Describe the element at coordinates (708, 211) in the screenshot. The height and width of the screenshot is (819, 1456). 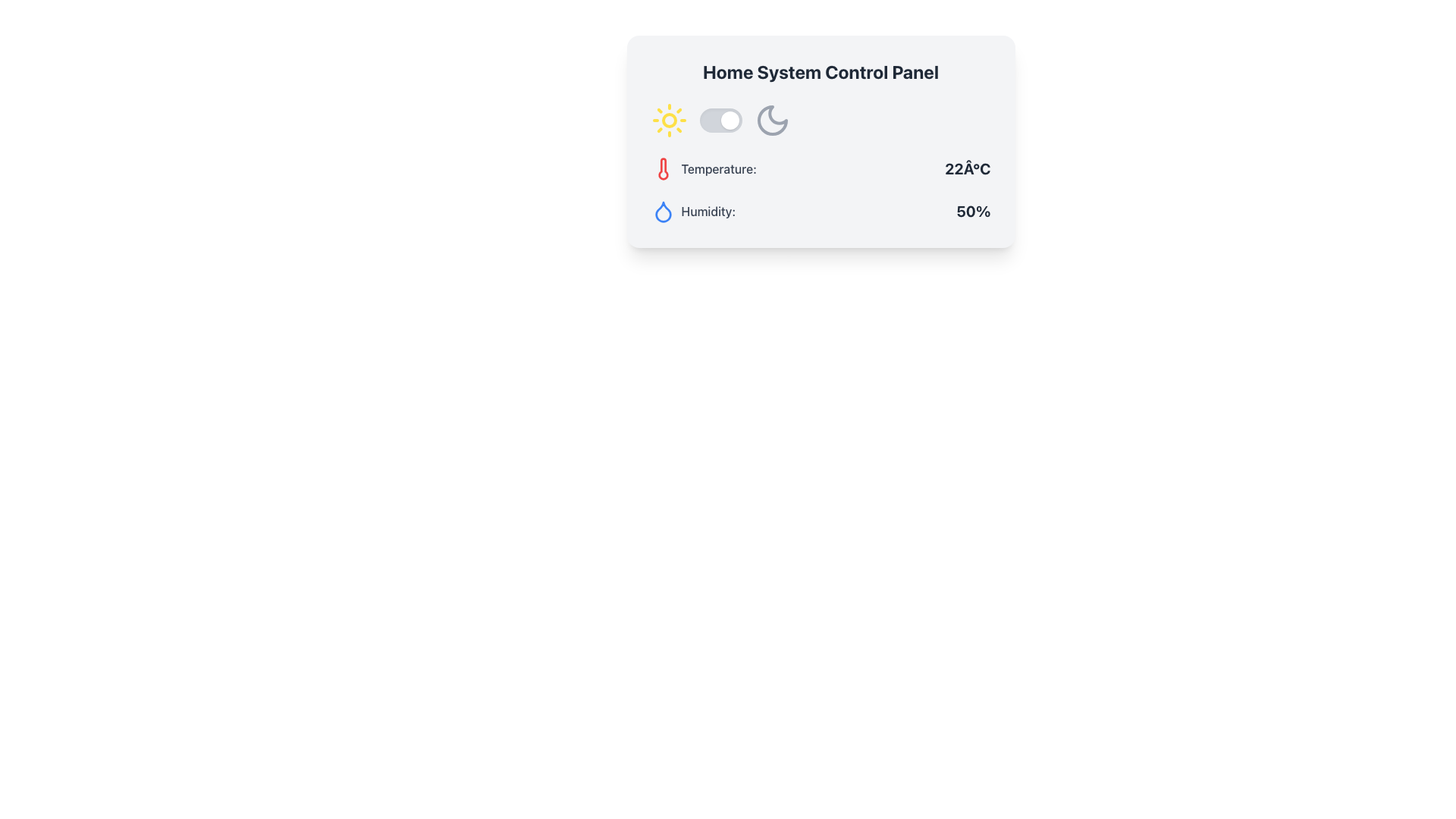
I see `the humidity level text label located immediately to the right of the water droplet icon and aligned above the percentage value` at that location.